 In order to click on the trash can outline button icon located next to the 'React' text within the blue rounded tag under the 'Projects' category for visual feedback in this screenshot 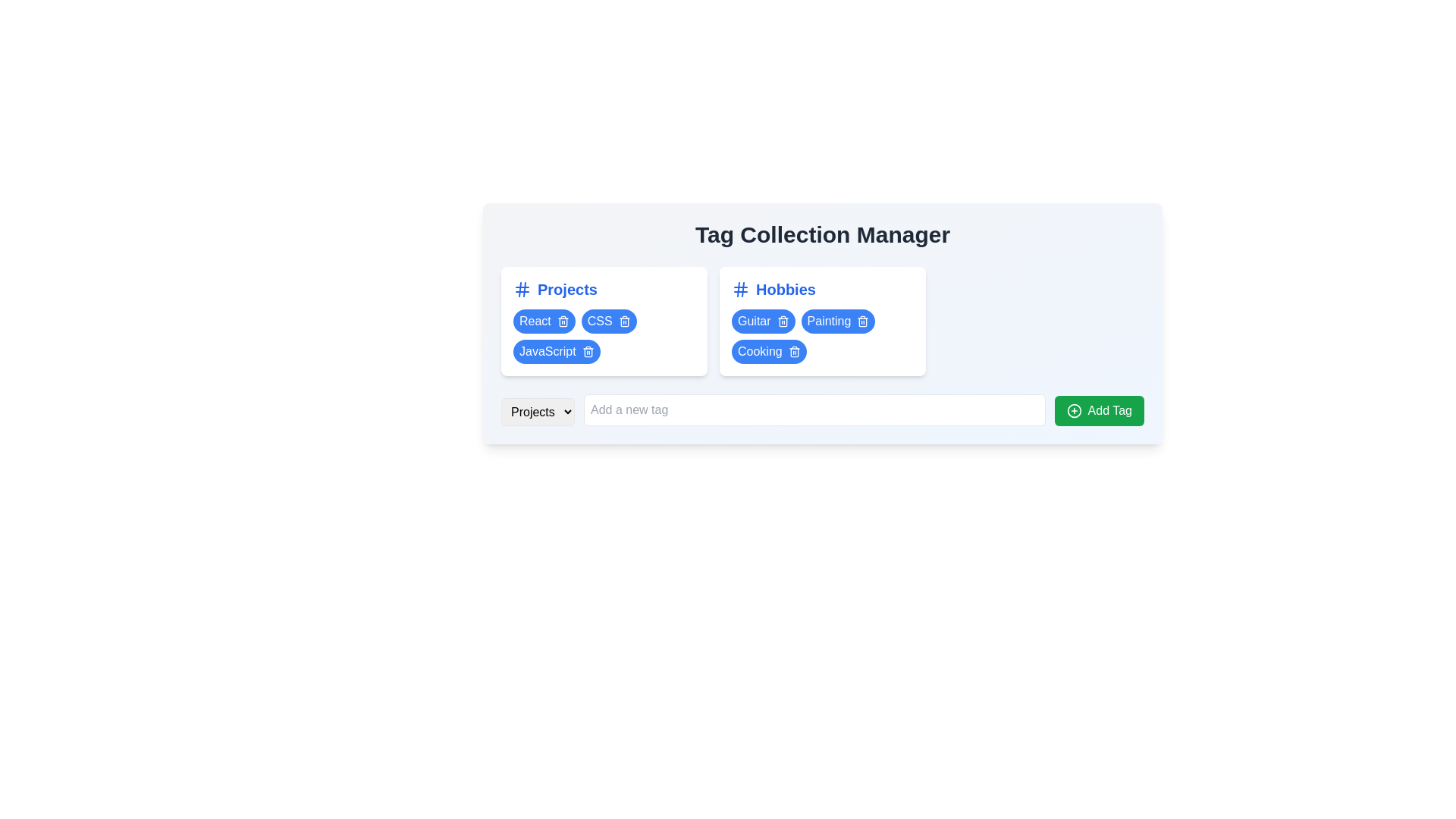, I will do `click(562, 321)`.